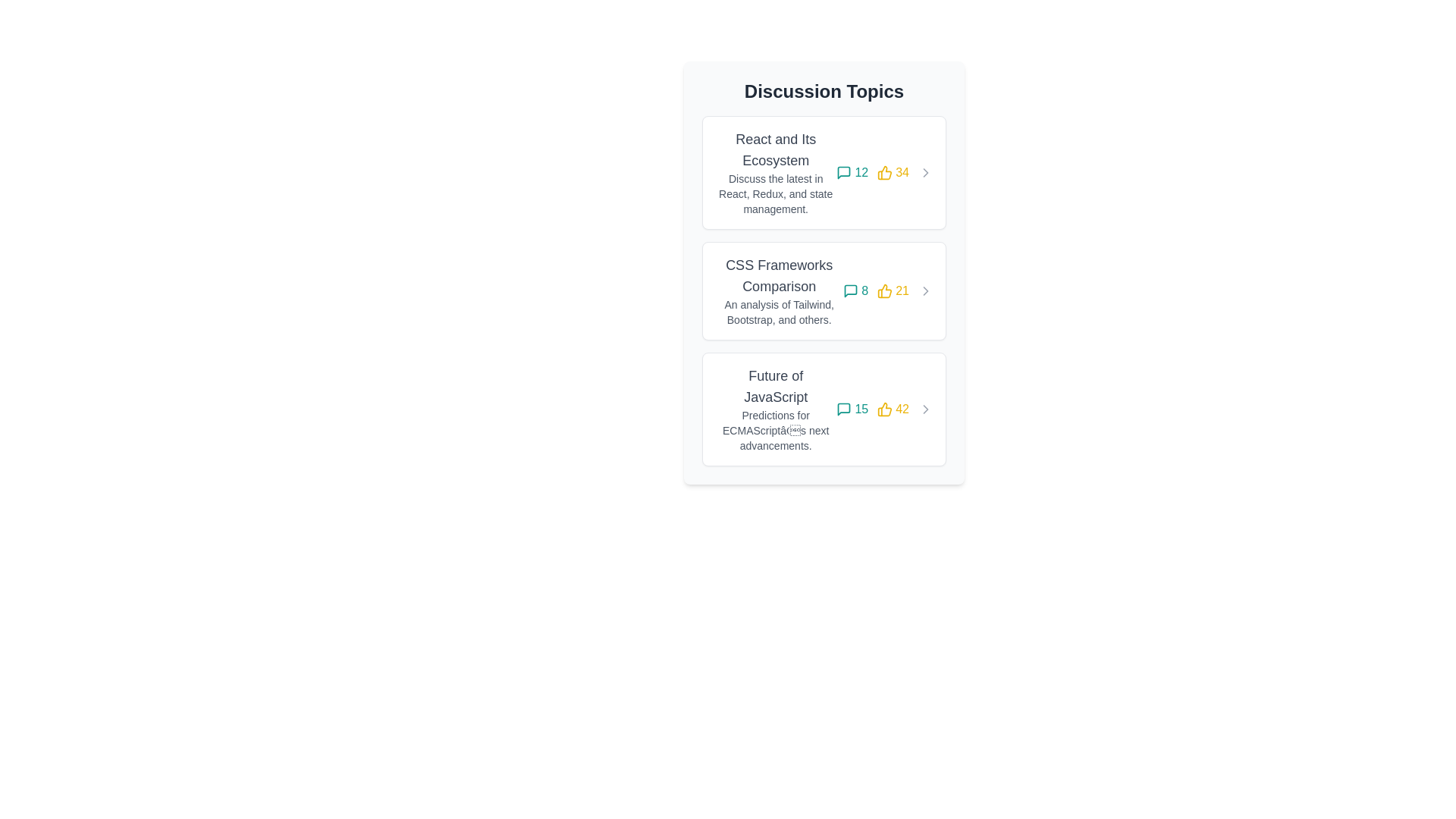 This screenshot has width=1456, height=819. Describe the element at coordinates (776, 149) in the screenshot. I see `the static text label displaying 'React and Its Ecosystem', which is styled in large gray font and serves as the header for the first discussion topic card` at that location.